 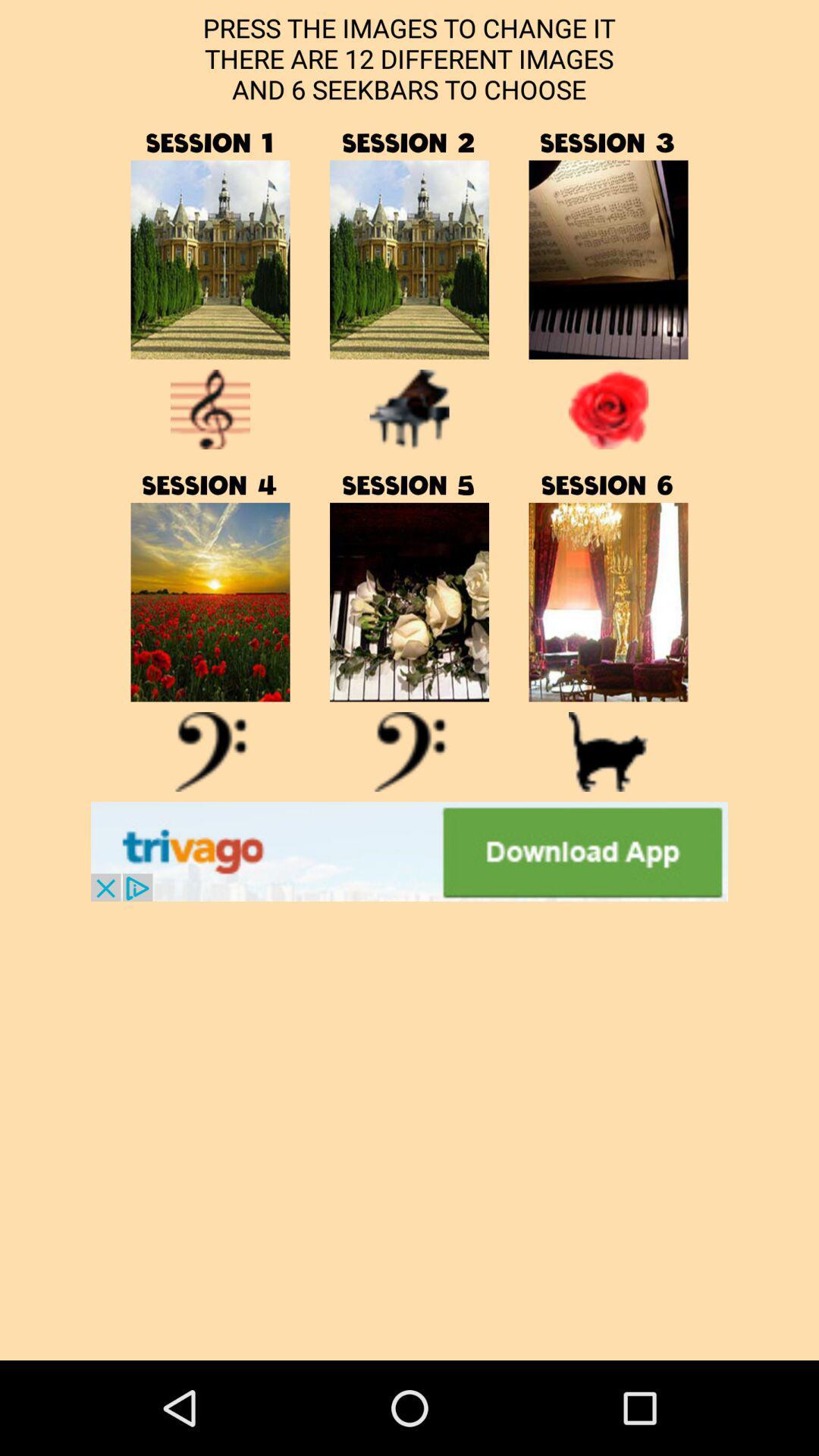 I want to click on open session 4, so click(x=210, y=752).